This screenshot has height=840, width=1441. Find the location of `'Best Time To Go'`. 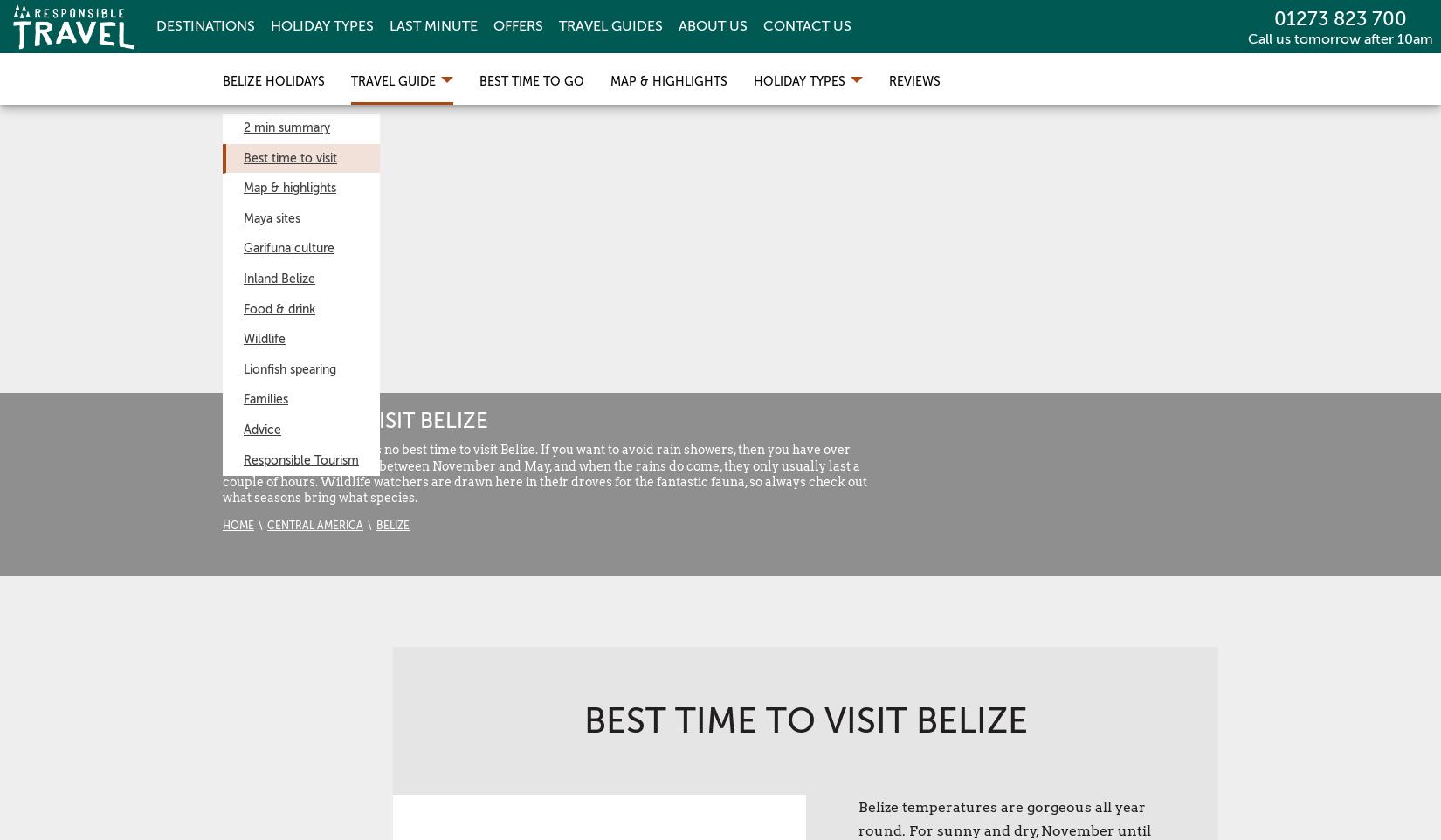

'Best Time To Go' is located at coordinates (531, 81).